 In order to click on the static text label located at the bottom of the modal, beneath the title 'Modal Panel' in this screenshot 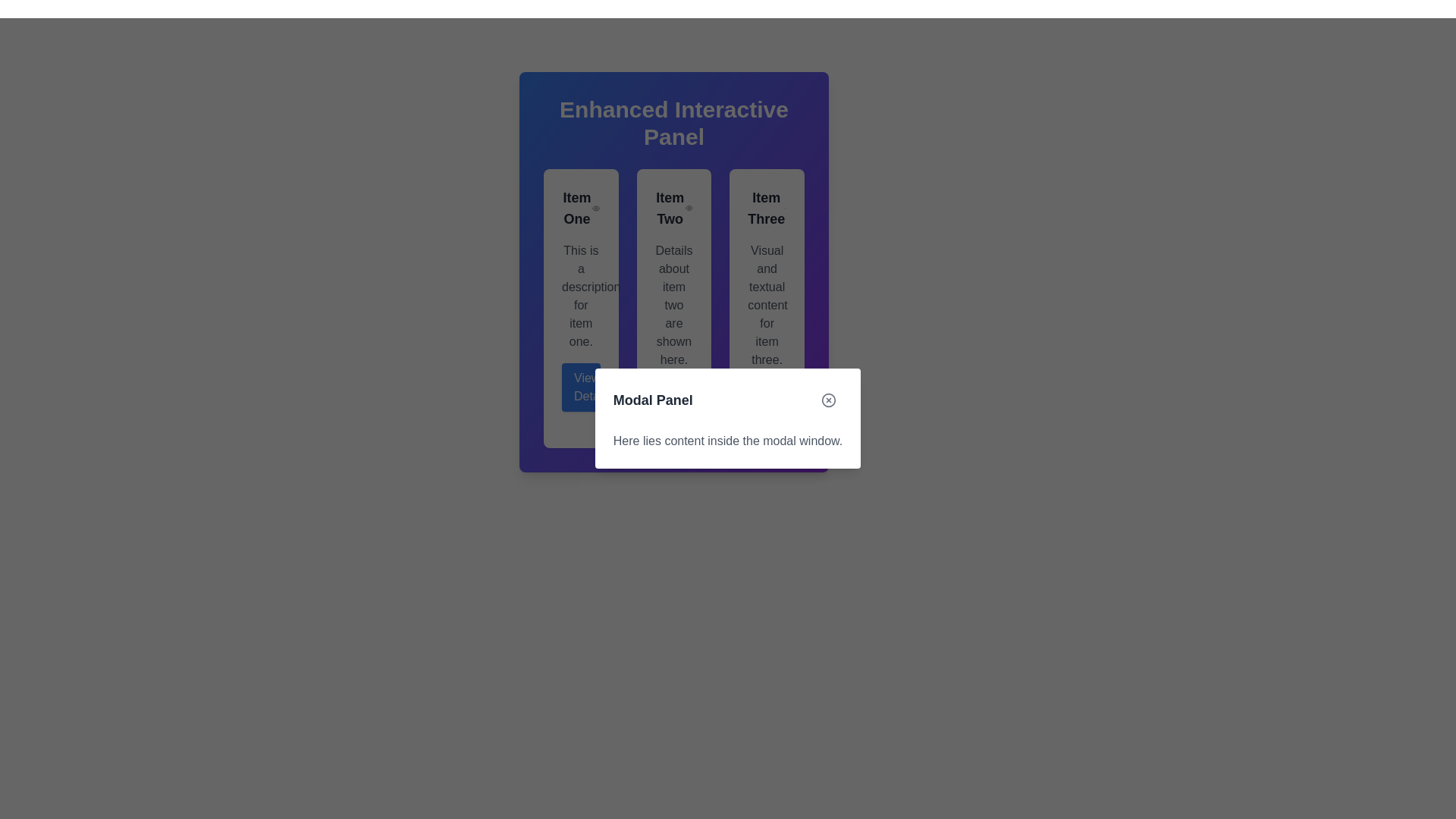, I will do `click(728, 441)`.